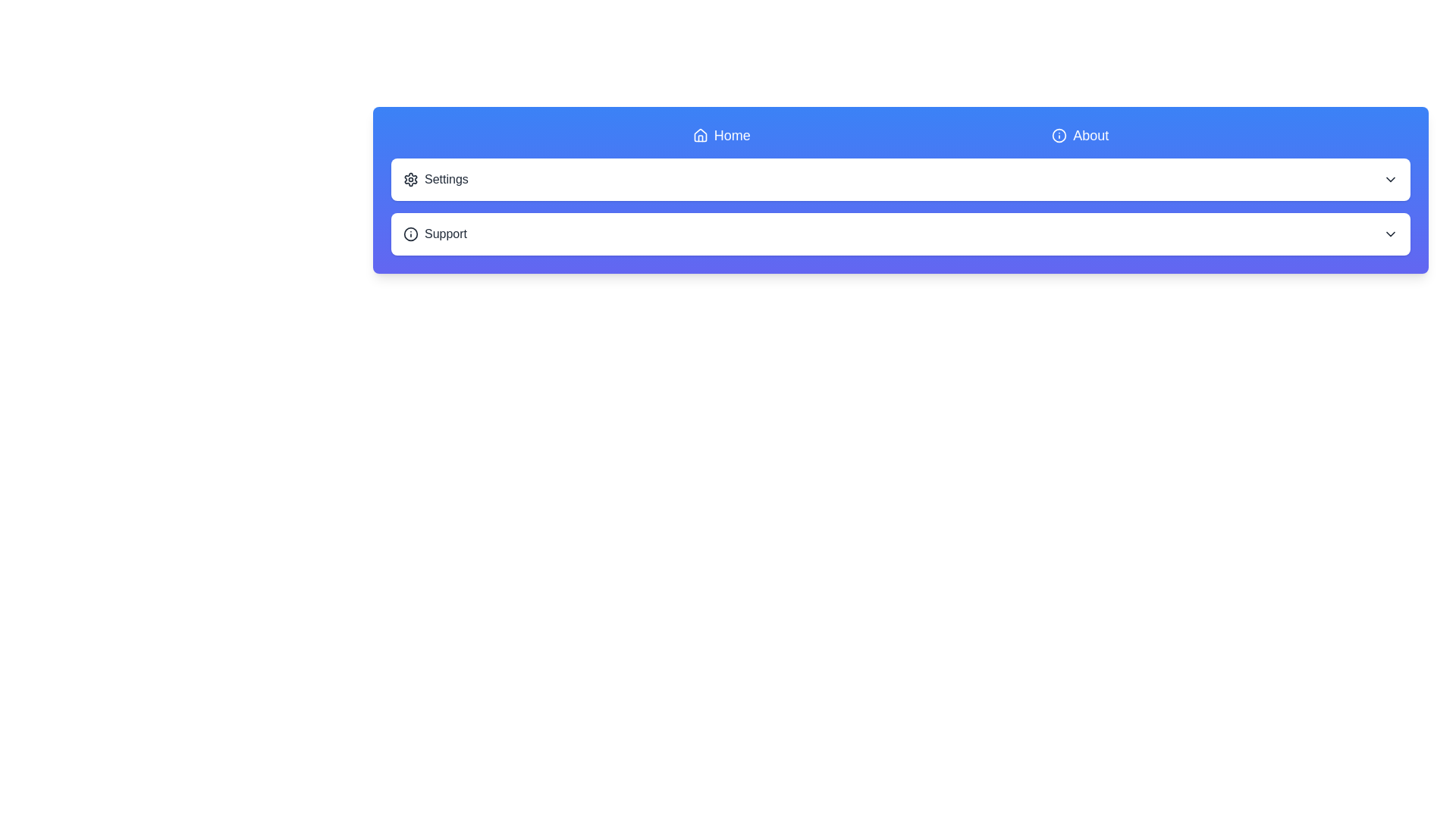 This screenshot has height=819, width=1456. Describe the element at coordinates (435, 178) in the screenshot. I see `the settings button located above the 'Support' element in the UI to potentially reveal additional information` at that location.